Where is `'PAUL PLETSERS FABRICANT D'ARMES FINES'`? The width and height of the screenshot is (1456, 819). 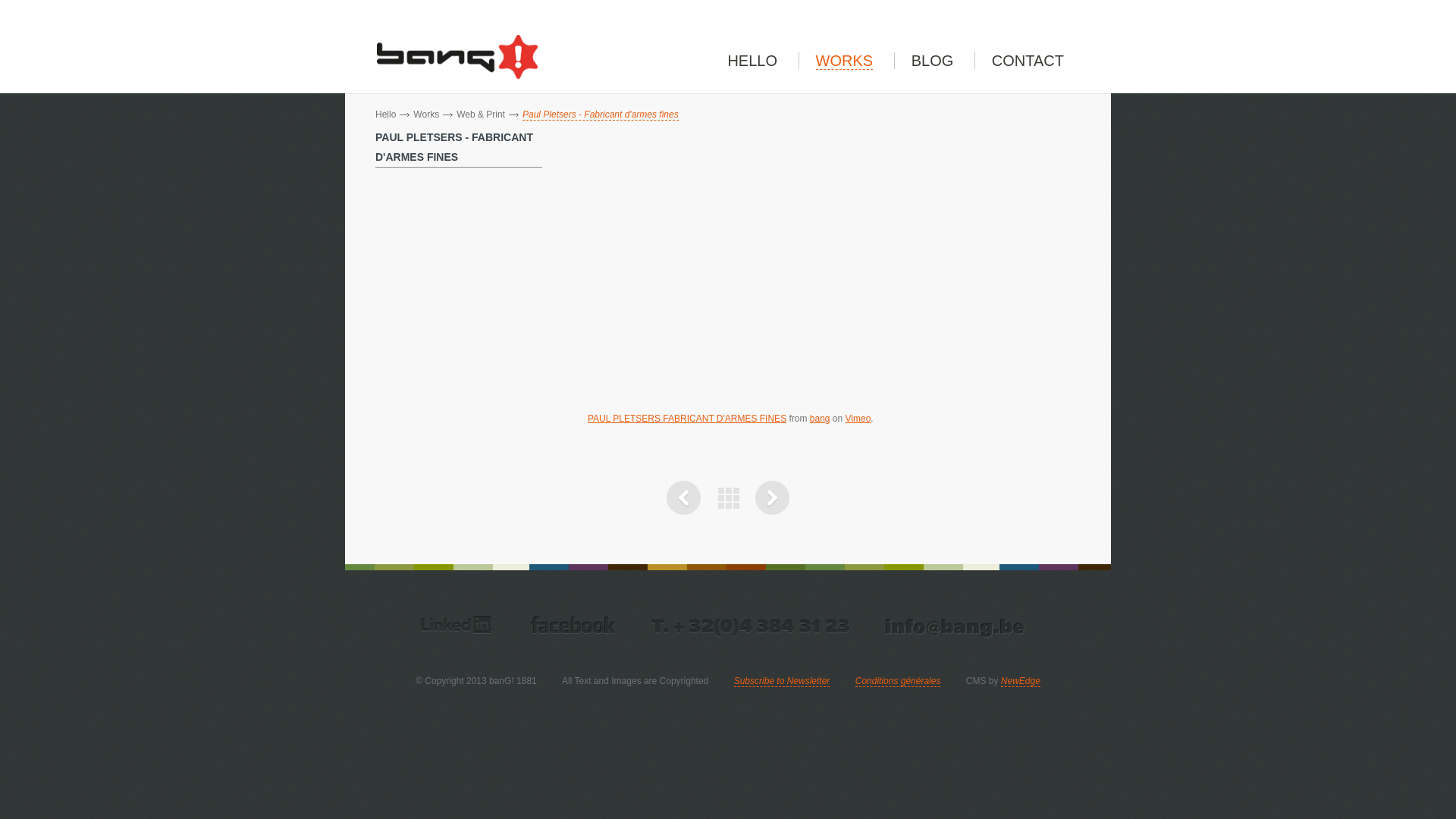
'PAUL PLETSERS FABRICANT D'ARMES FINES' is located at coordinates (686, 418).